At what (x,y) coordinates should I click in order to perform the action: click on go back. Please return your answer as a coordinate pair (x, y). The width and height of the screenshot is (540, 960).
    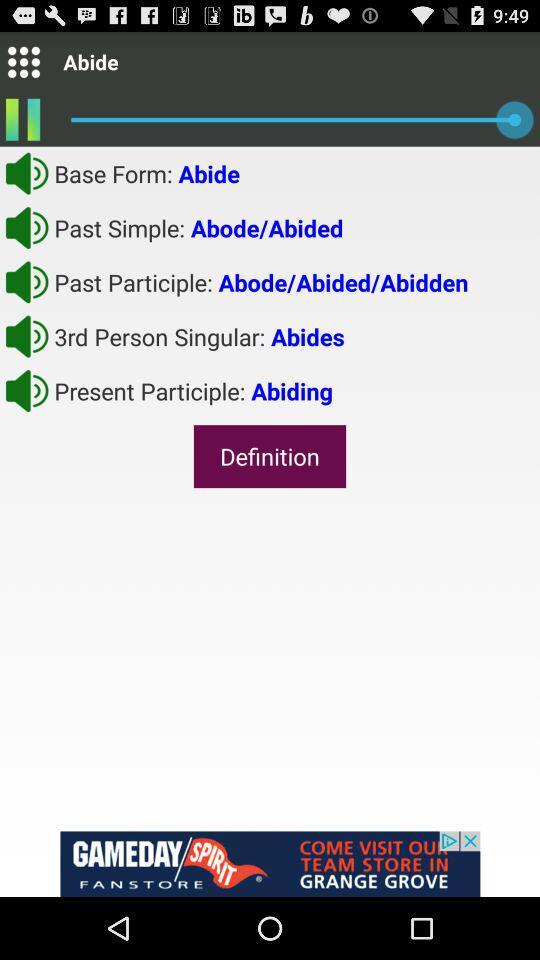
    Looking at the image, I should click on (26, 281).